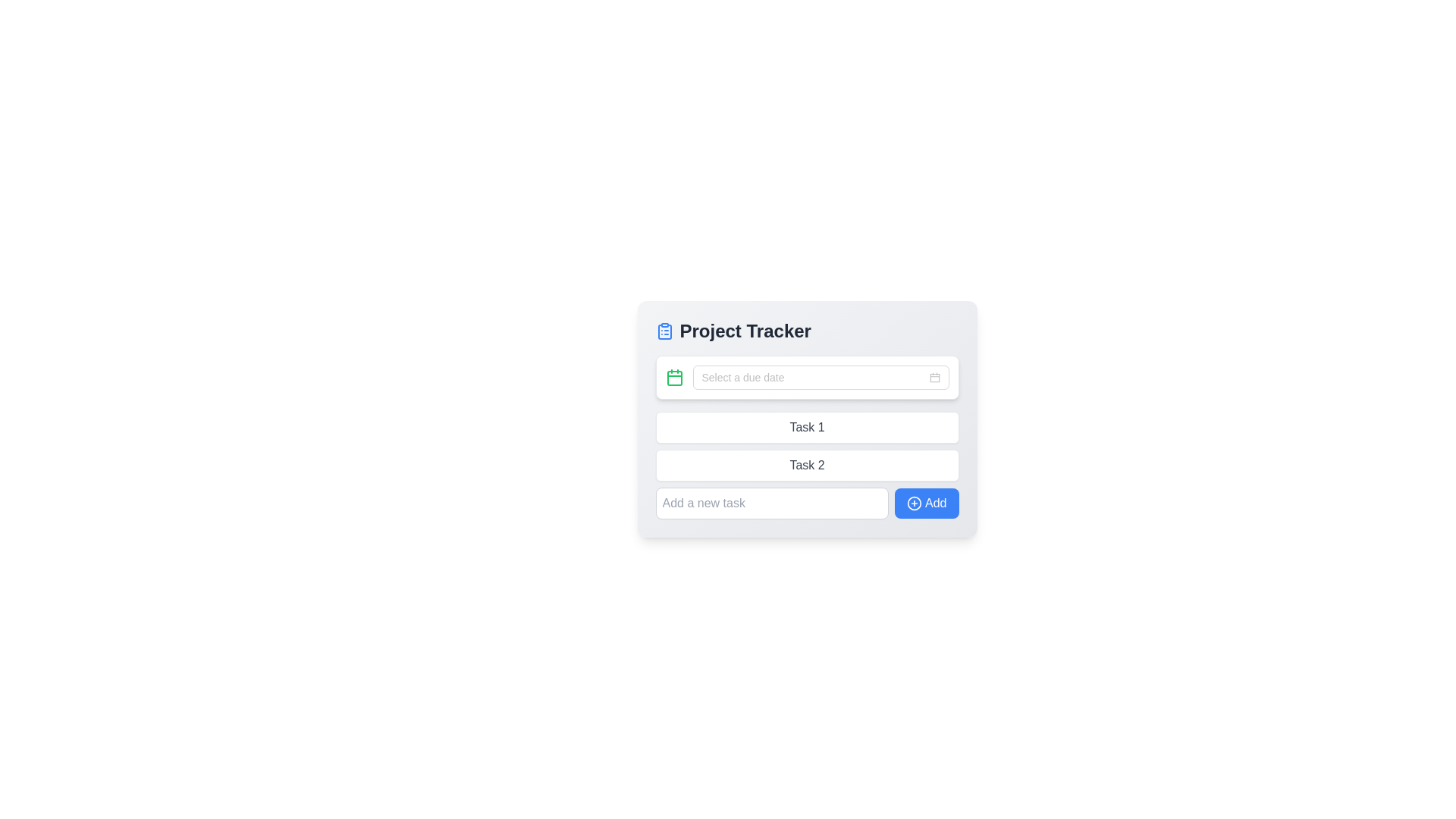 This screenshot has width=1456, height=819. What do you see at coordinates (806, 464) in the screenshot?
I see `the task list input field and action button located within the Project Tracker component` at bounding box center [806, 464].